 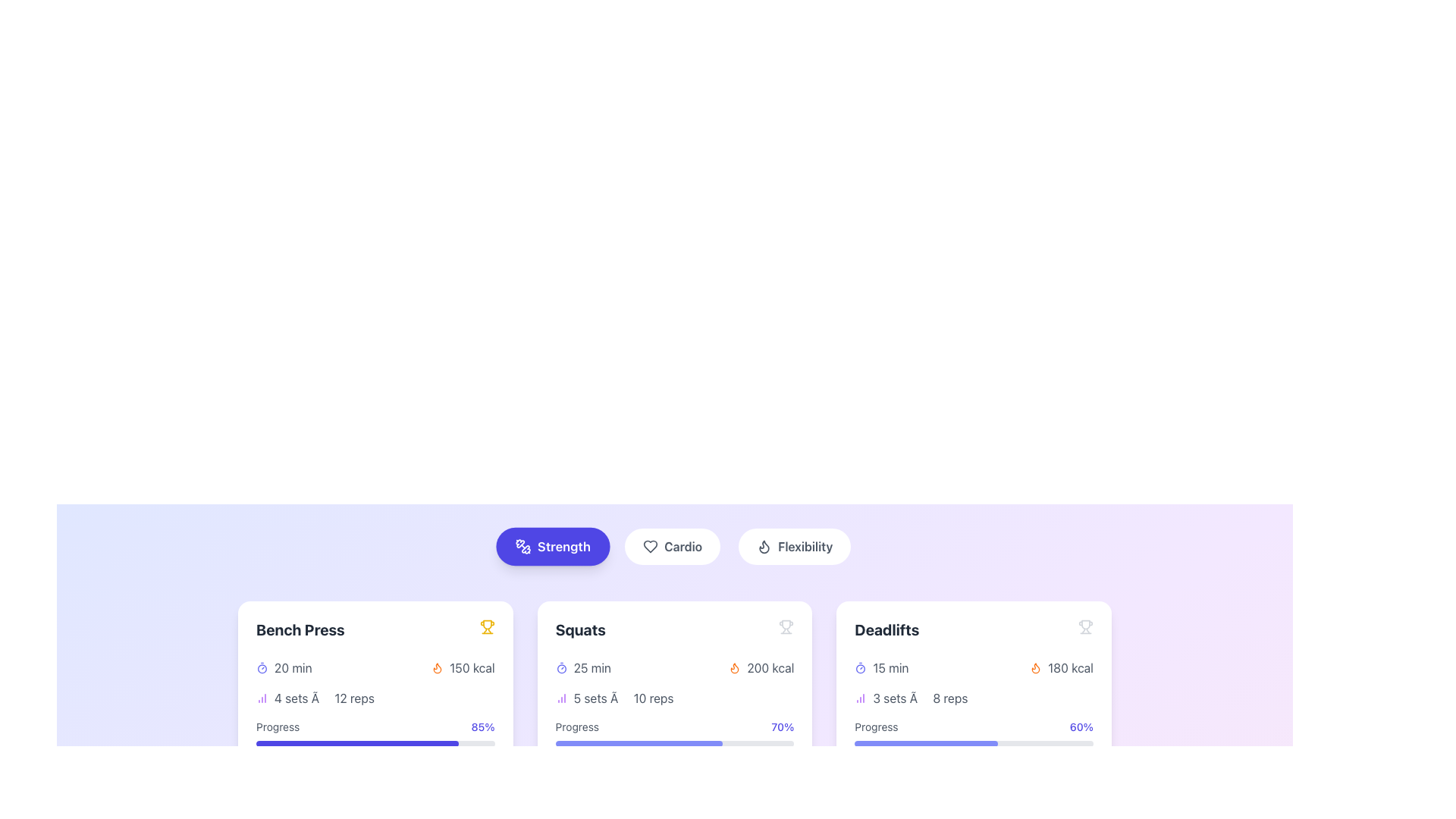 I want to click on purpose of the trophy icon located in the top-right corner of the 'Squats' card, so click(x=786, y=626).